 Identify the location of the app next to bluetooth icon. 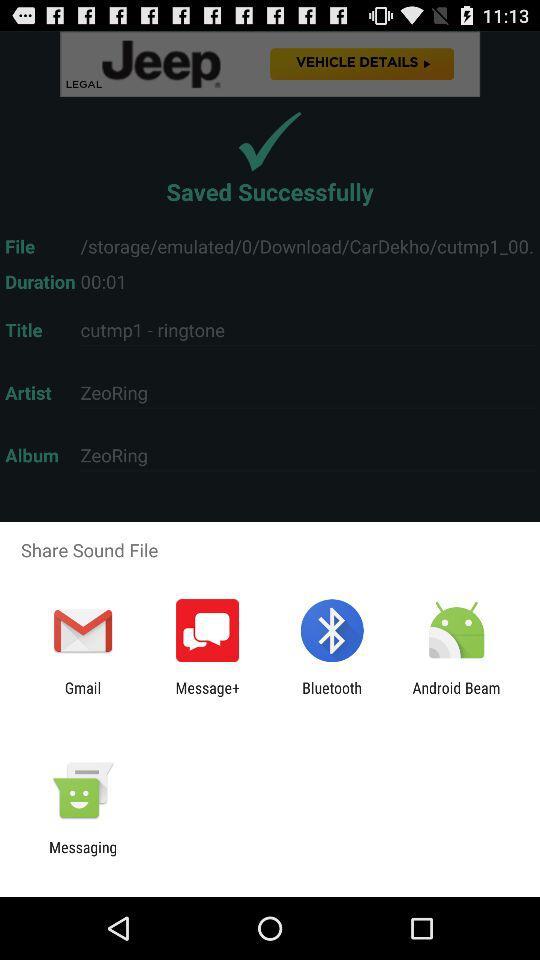
(206, 696).